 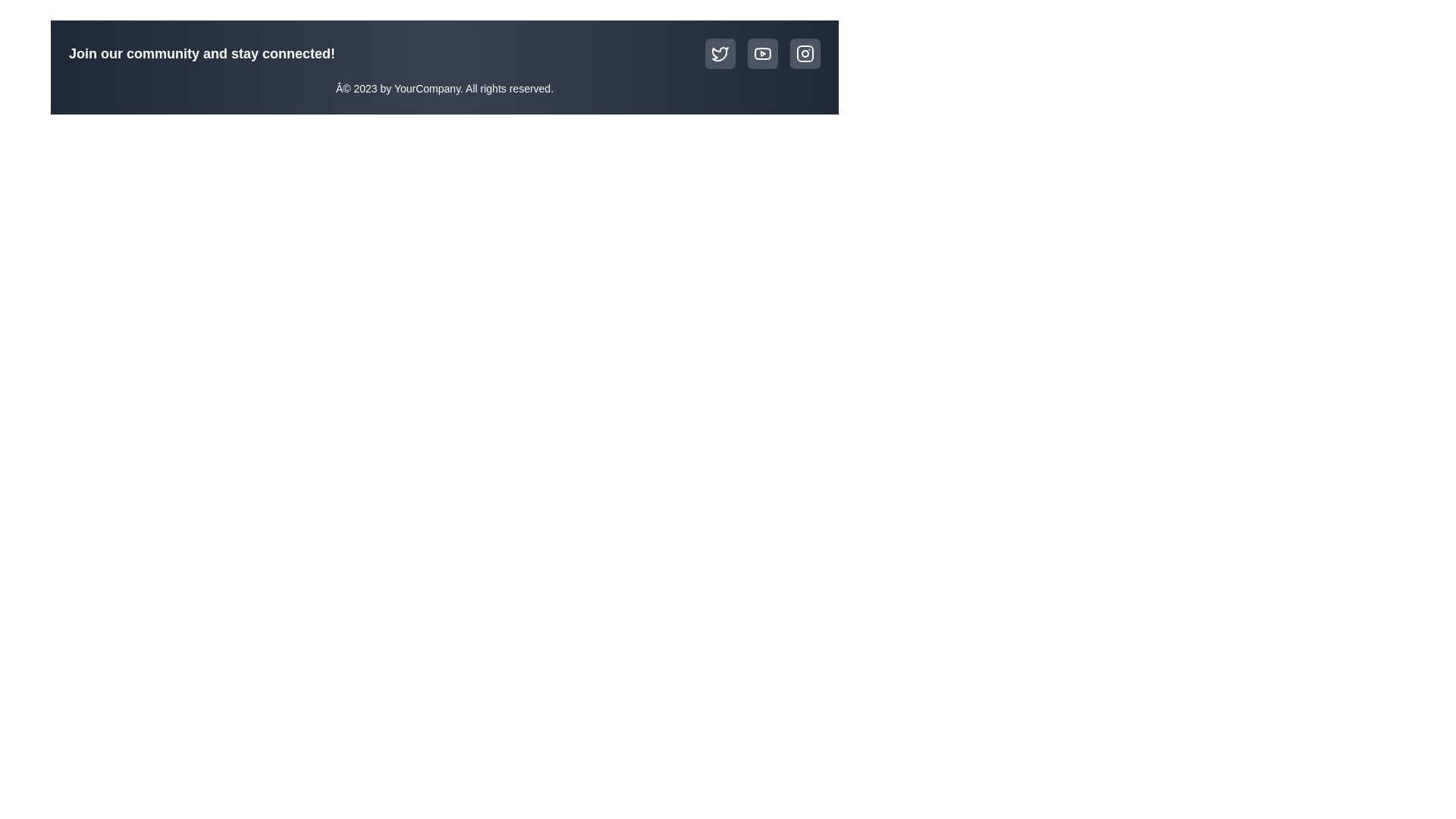 I want to click on any button in the gray rectangular horizontal button group containing Twitter, YouTube, and Instagram icons to change its background color, so click(x=763, y=52).